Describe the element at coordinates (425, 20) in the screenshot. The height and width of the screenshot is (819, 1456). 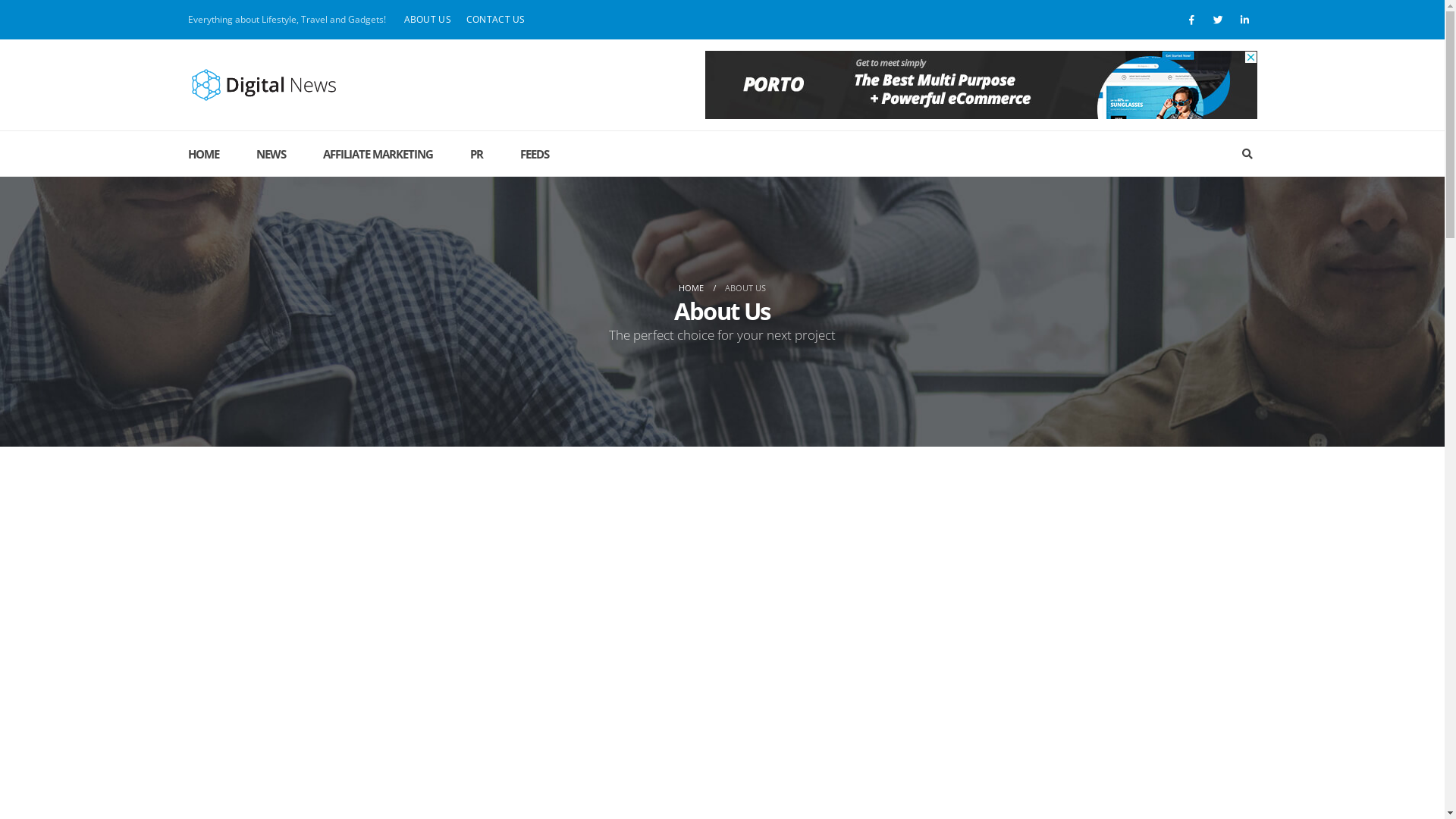
I see `'ABOUT US'` at that location.